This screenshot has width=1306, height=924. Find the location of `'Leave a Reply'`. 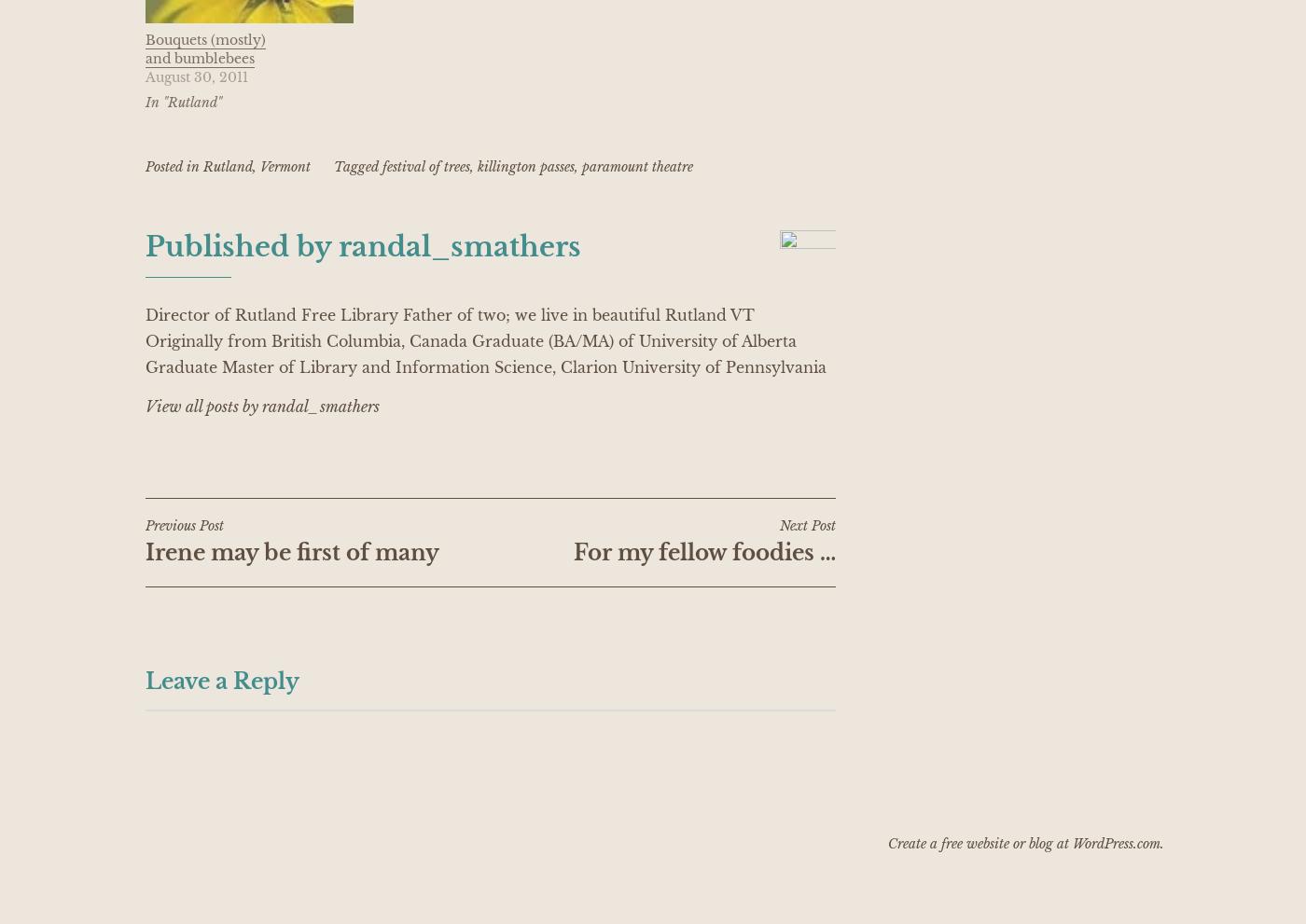

'Leave a Reply' is located at coordinates (145, 679).